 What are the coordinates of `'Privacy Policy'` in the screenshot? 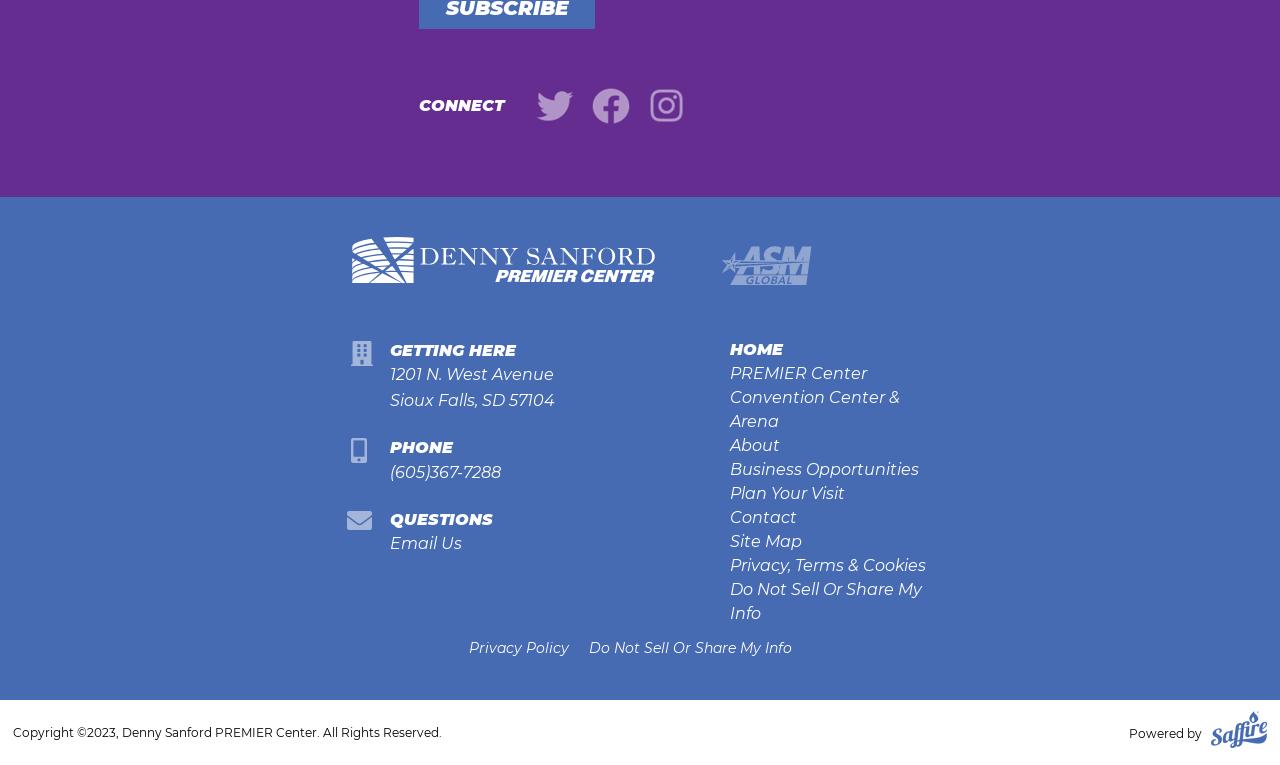 It's located at (518, 648).